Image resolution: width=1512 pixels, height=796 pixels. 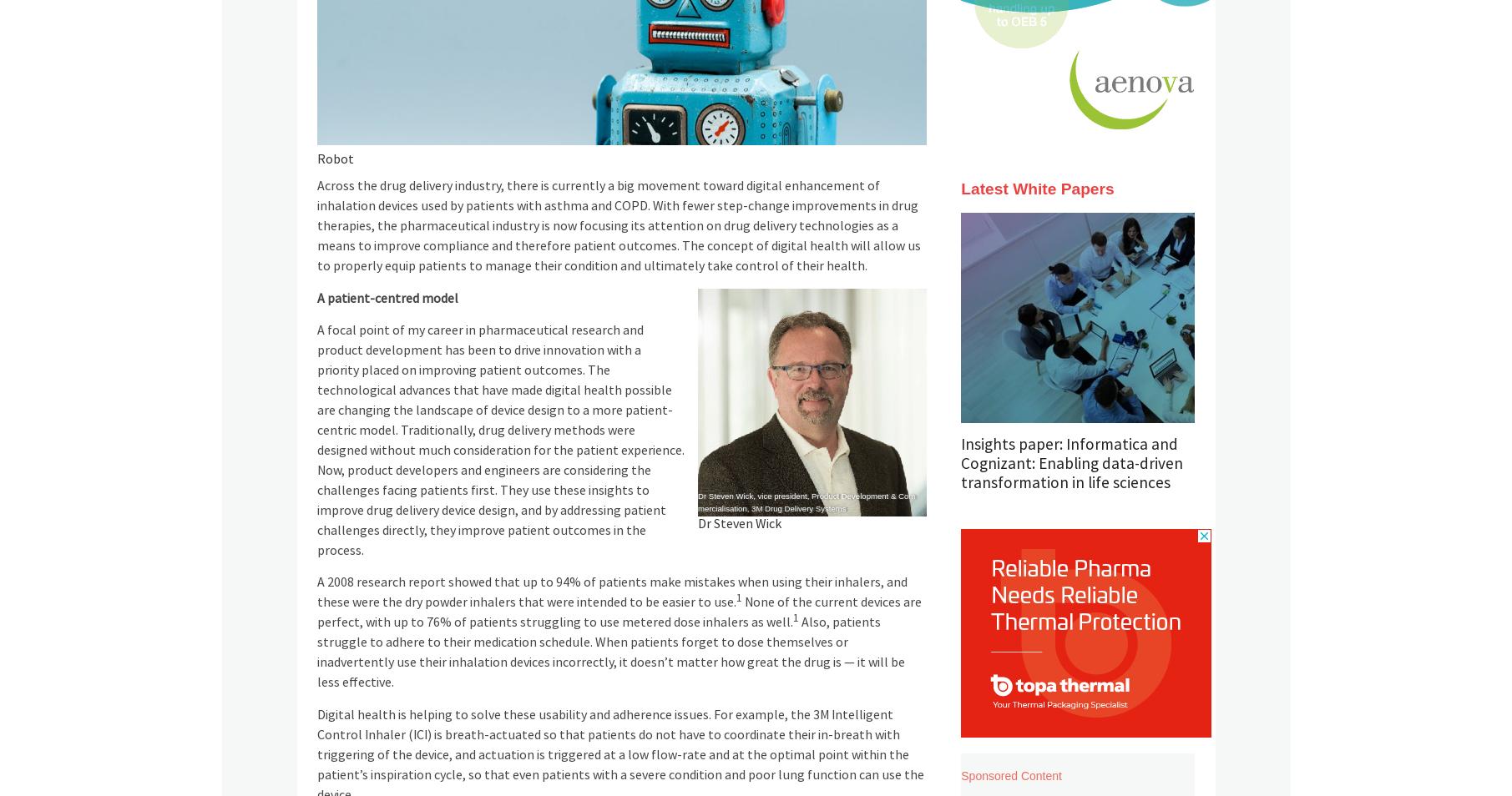 I want to click on 'Dr Steven Wick', so click(x=697, y=523).